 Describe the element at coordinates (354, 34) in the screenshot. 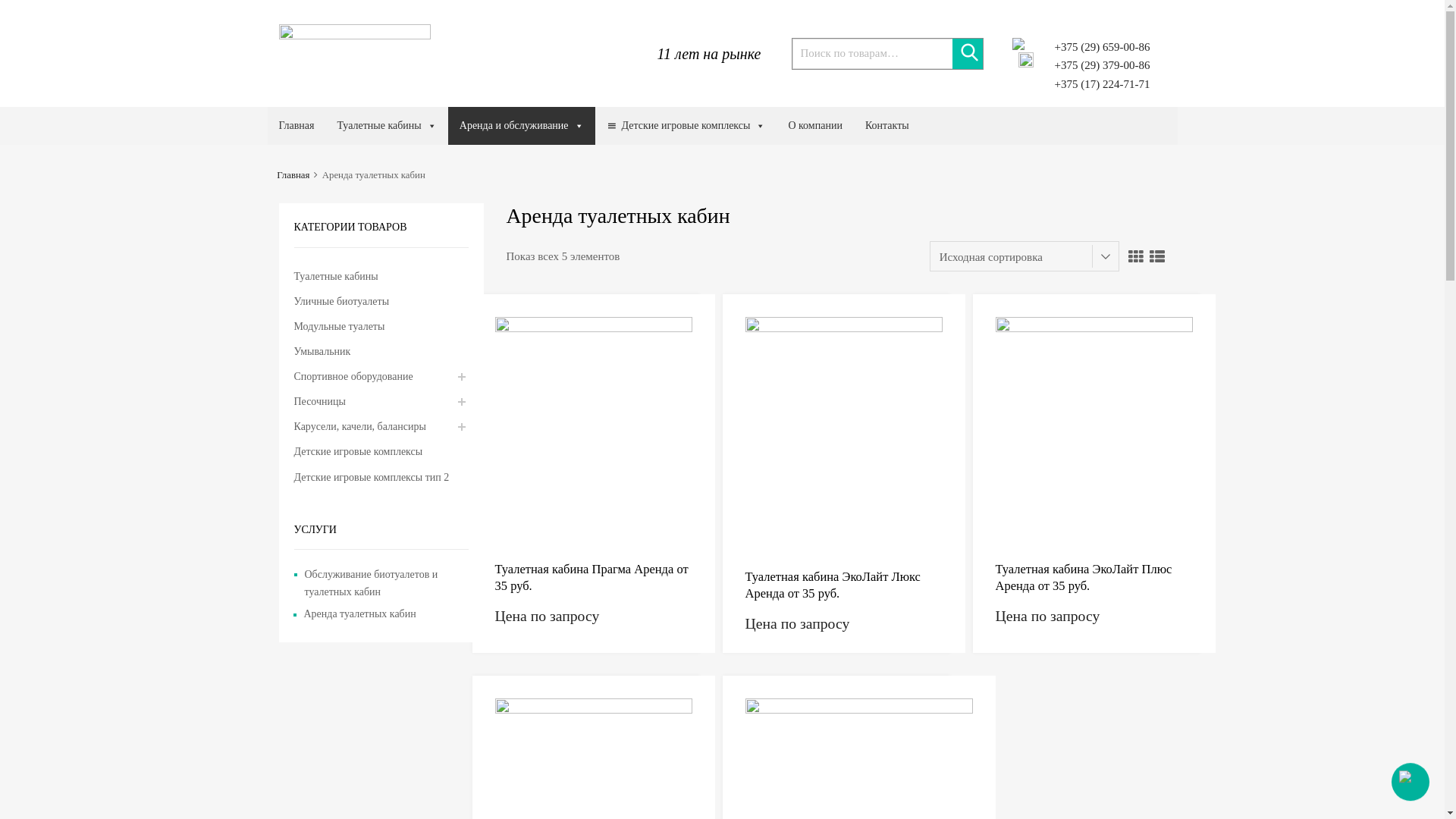

I see `'Ges'` at that location.